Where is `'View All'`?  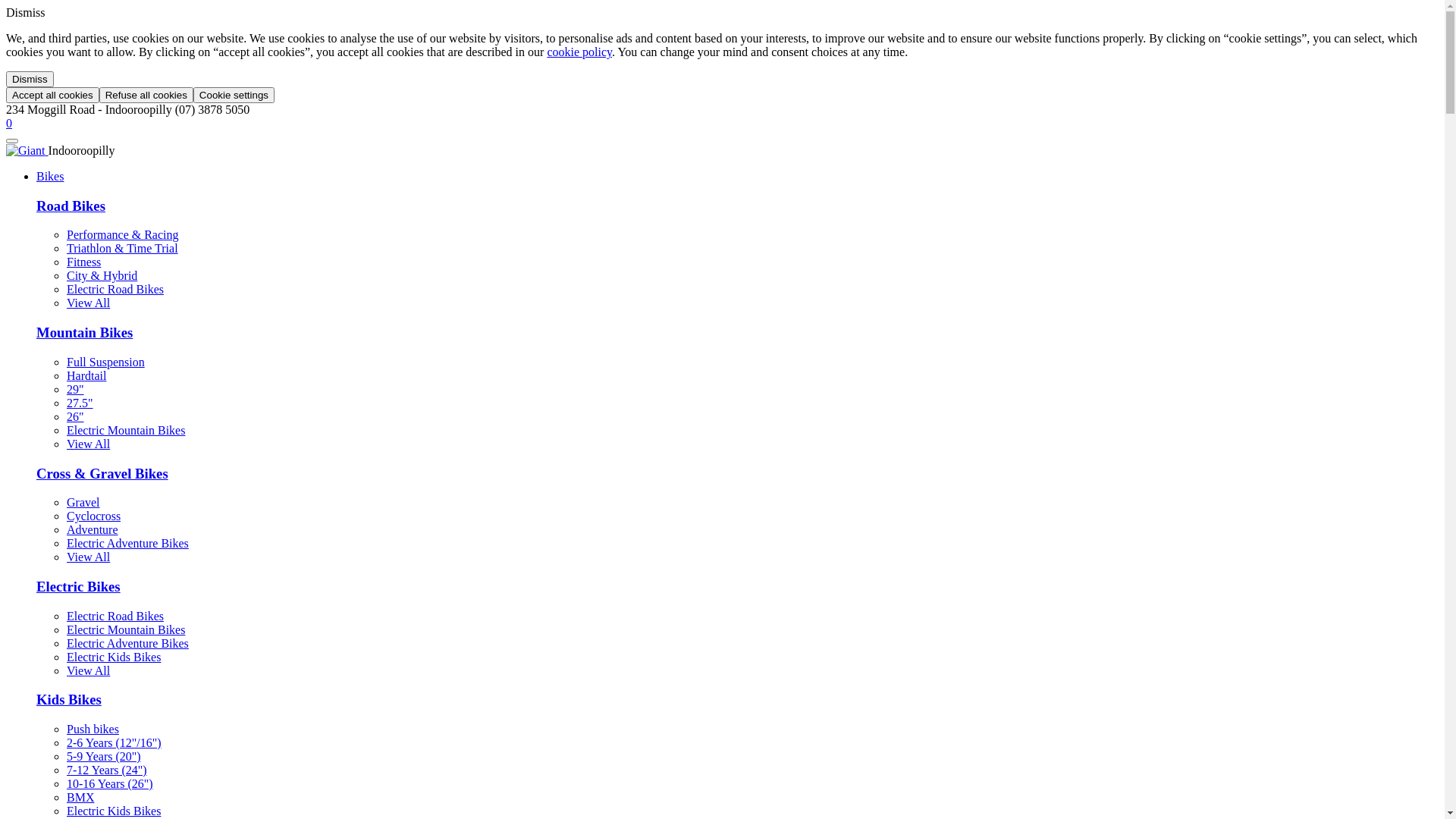
'View All' is located at coordinates (65, 303).